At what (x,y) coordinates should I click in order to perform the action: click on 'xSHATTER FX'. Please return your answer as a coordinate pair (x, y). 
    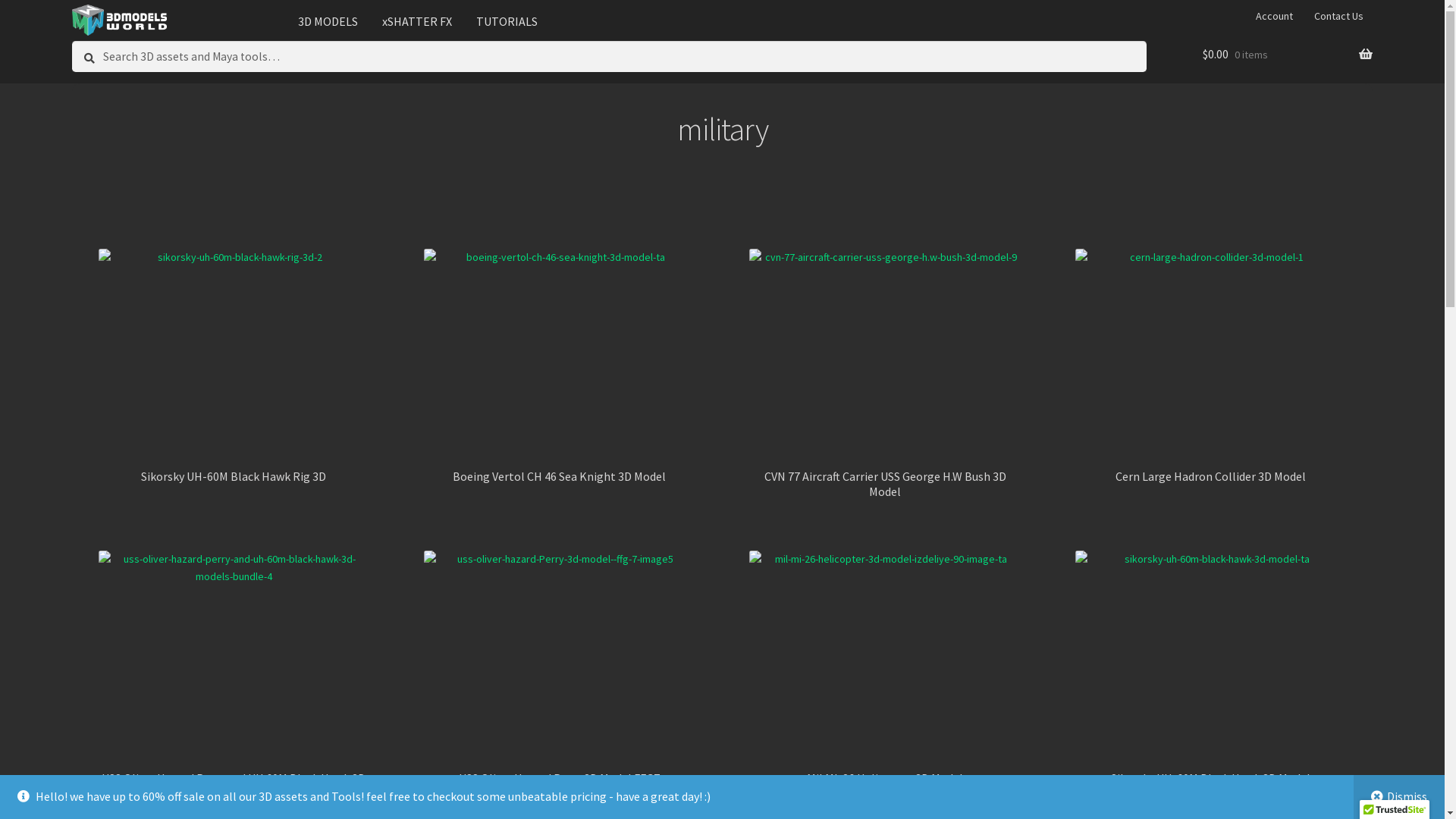
    Looking at the image, I should click on (417, 21).